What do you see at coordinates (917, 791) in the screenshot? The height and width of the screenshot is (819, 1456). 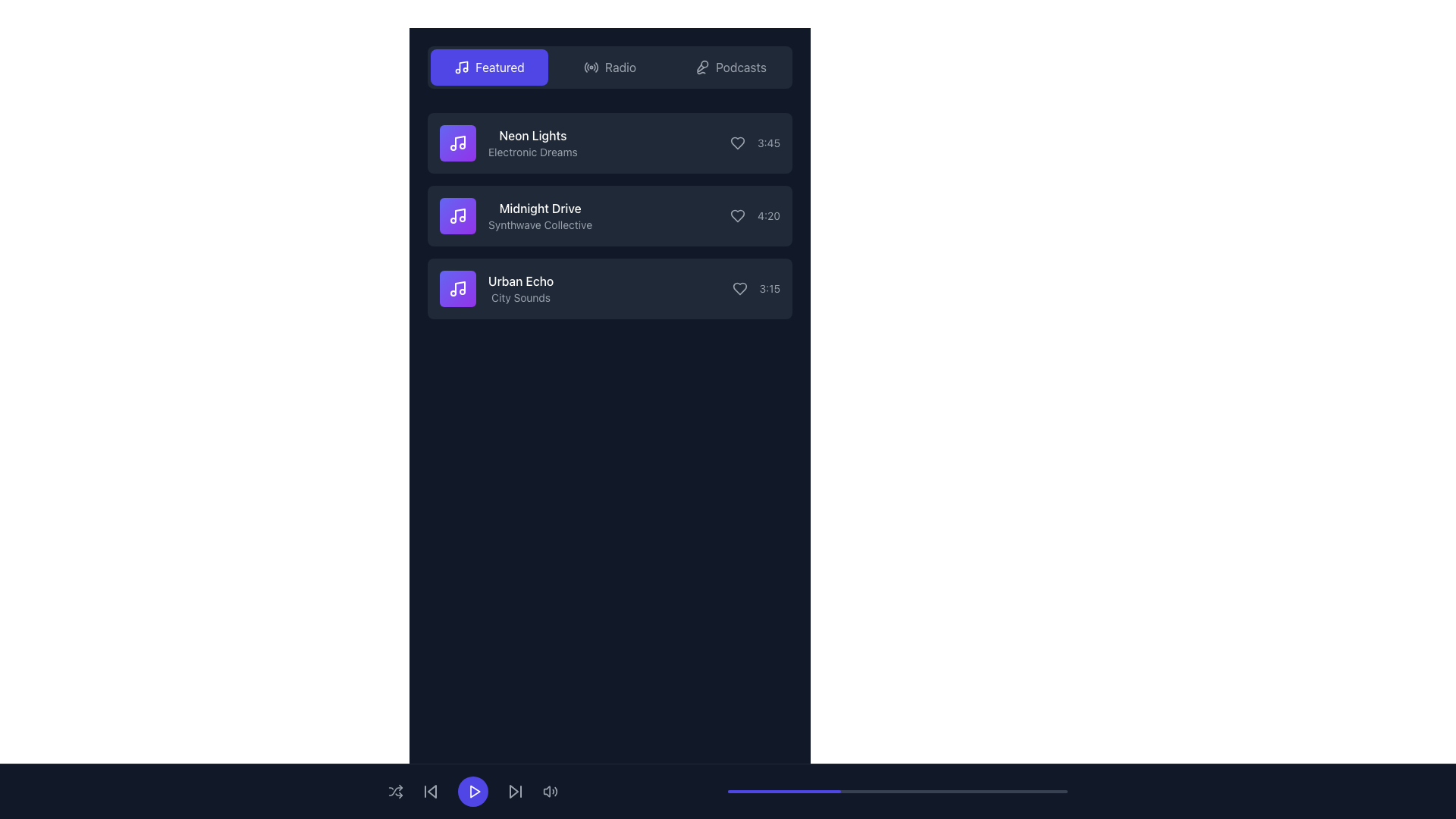 I see `progress` at bounding box center [917, 791].